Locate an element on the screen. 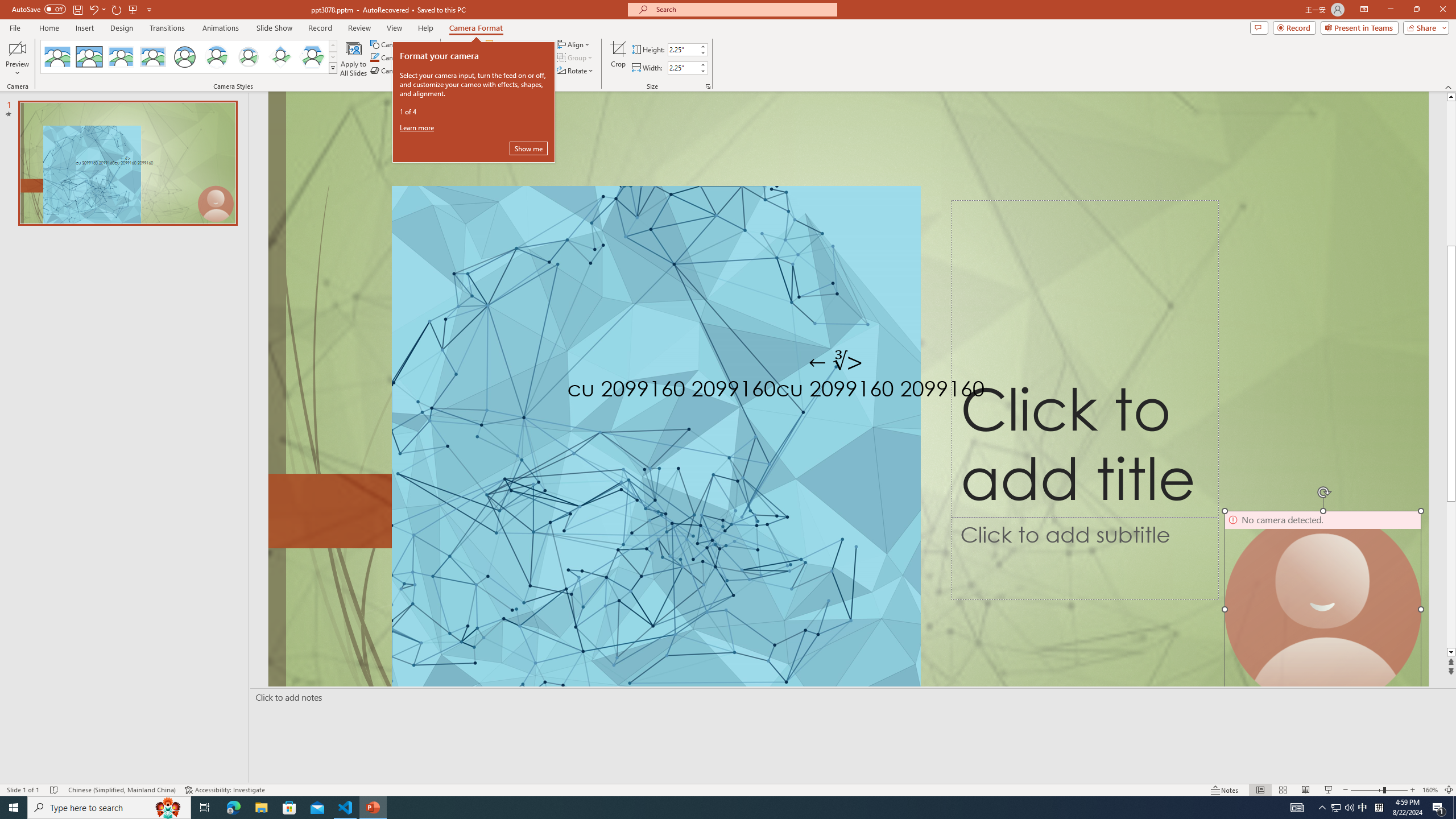  'Camera Styles' is located at coordinates (333, 67).